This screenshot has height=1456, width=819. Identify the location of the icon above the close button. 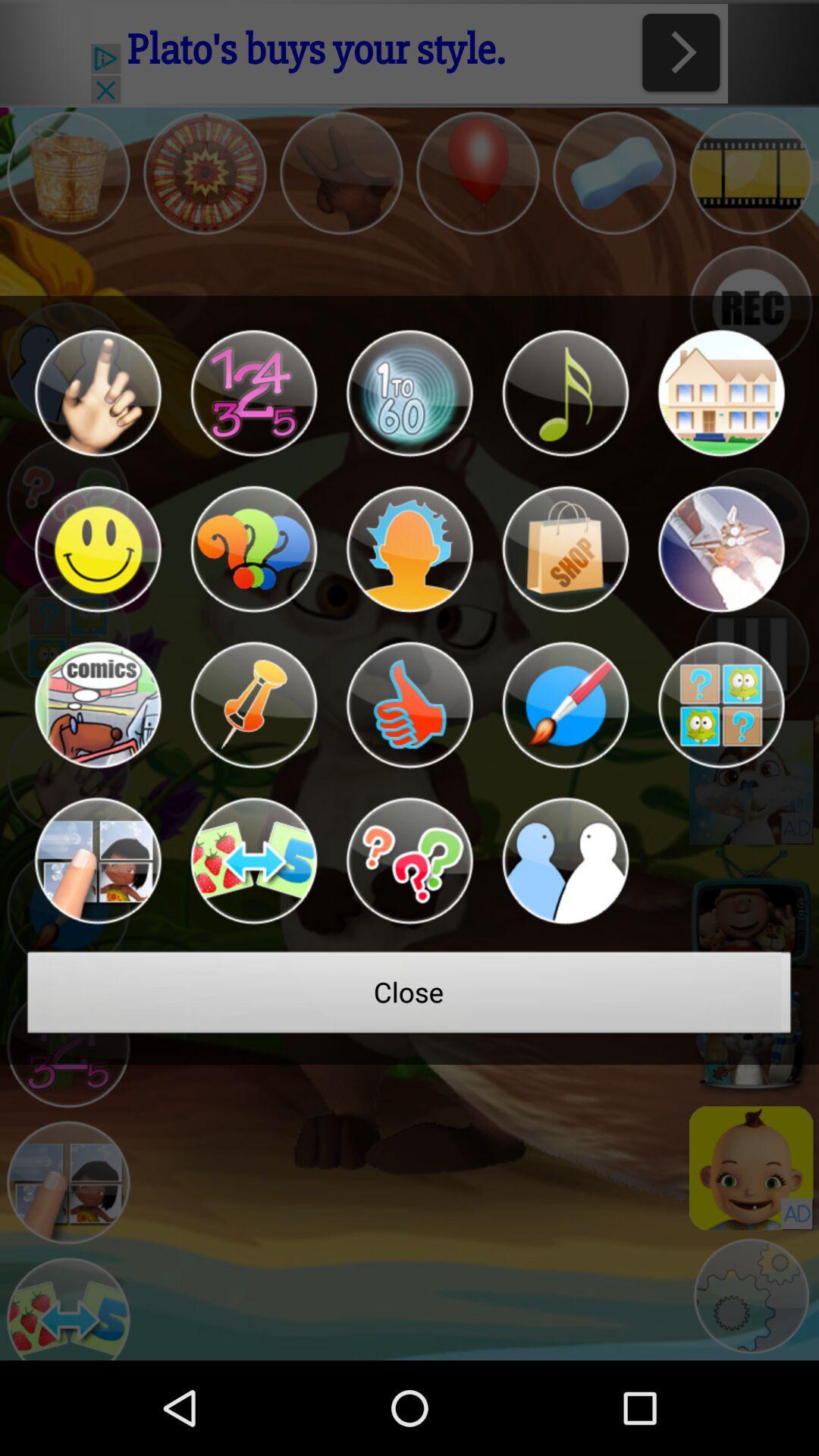
(565, 861).